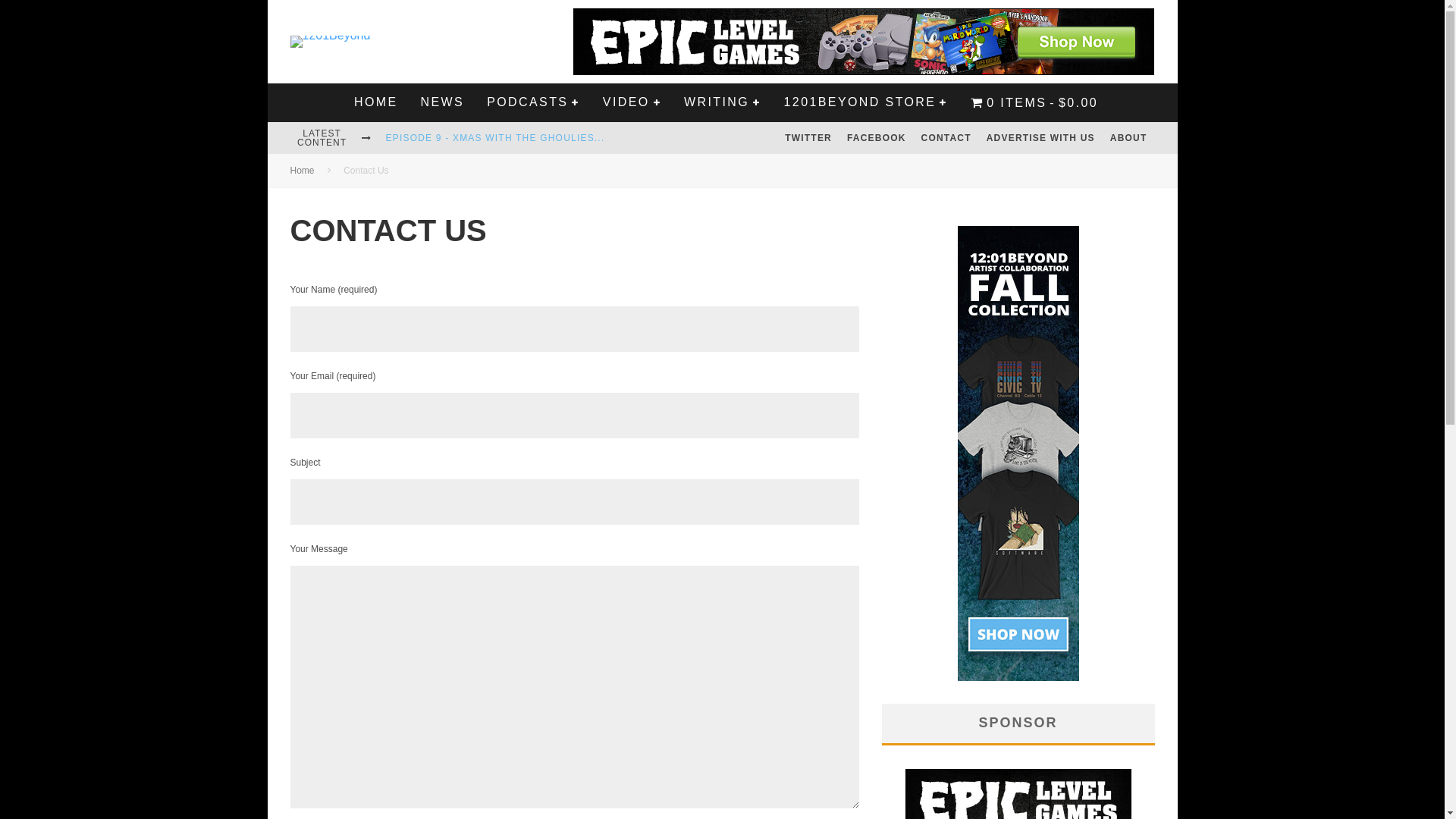 This screenshot has width=1456, height=819. Describe the element at coordinates (375, 102) in the screenshot. I see `'HOME'` at that location.